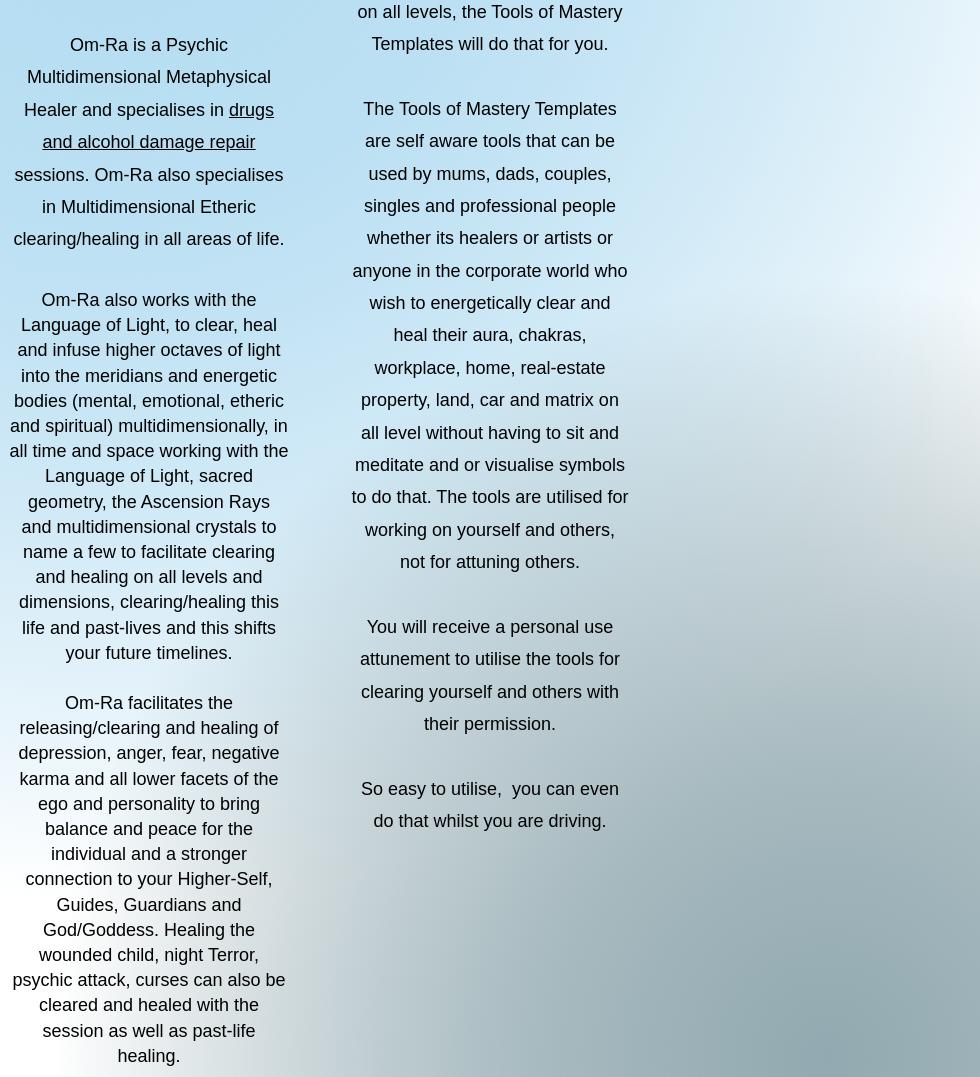 This screenshot has width=980, height=1077. What do you see at coordinates (148, 400) in the screenshot?
I see `'Ra also works with the Language of Light, to clear, heal and infuse higher octaves of light into the meridians and energetic bodies (mental, emotional, etheric and spiritual) multidimensionally, in all time and space working with the Language of Light, sacred geometry, the Ascension Rays'` at bounding box center [148, 400].